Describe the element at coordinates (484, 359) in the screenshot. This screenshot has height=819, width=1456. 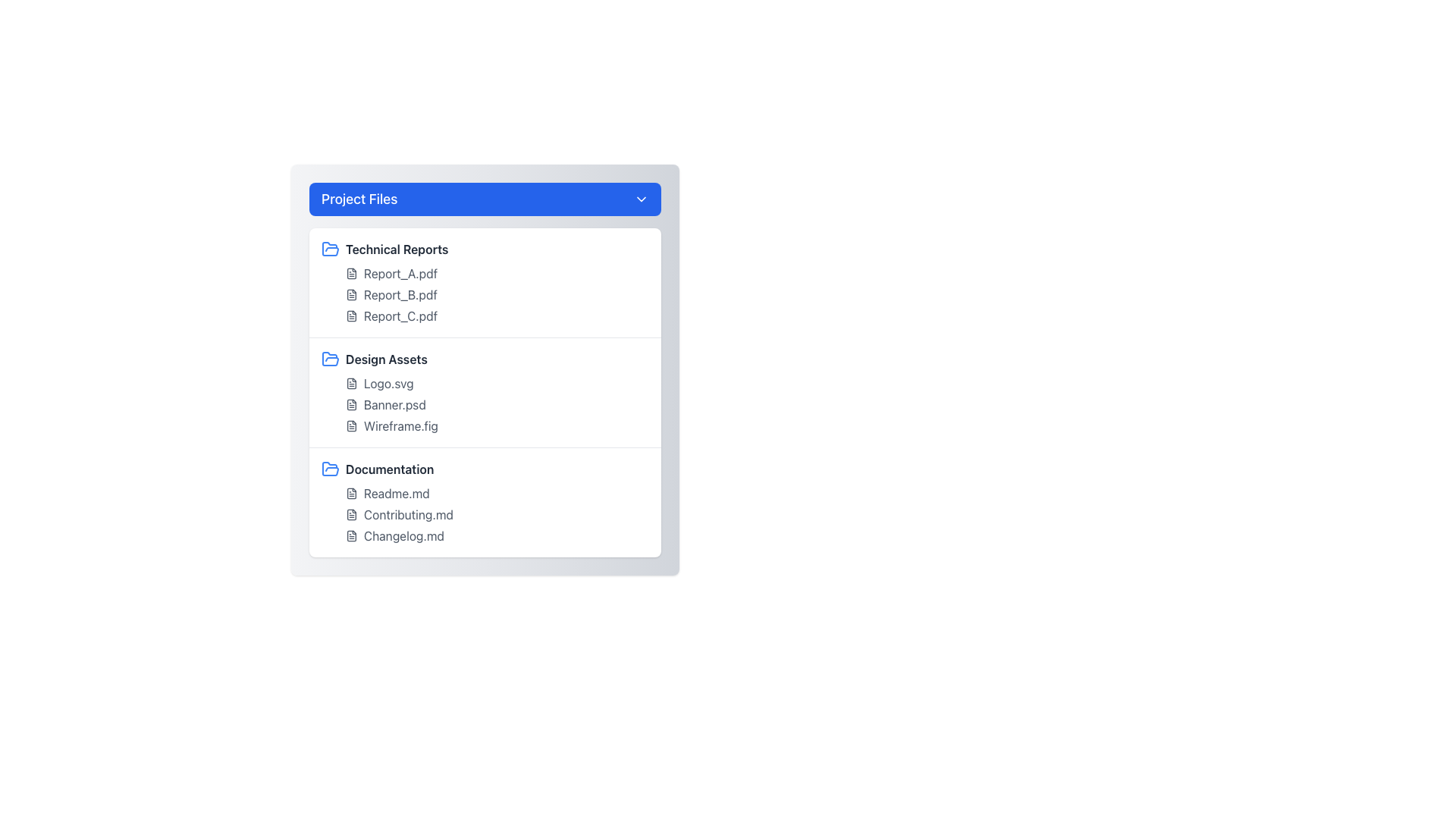
I see `the 'Design Assets' label element that features a blue folder icon and bold dark gray text` at that location.